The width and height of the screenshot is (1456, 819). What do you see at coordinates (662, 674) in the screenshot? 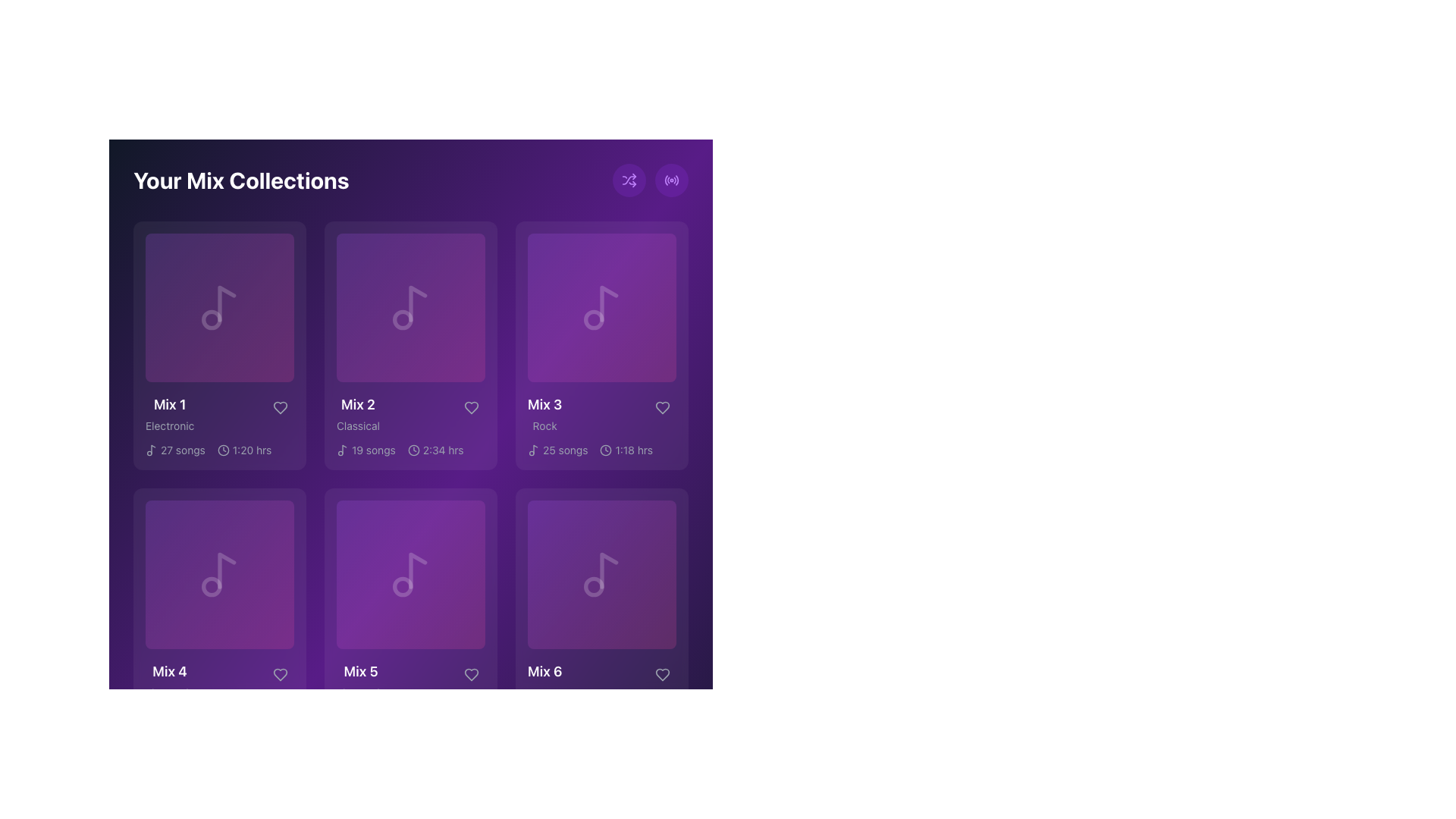
I see `the heart icon button in the bottom-right corner of the Mix 6 element card` at bounding box center [662, 674].